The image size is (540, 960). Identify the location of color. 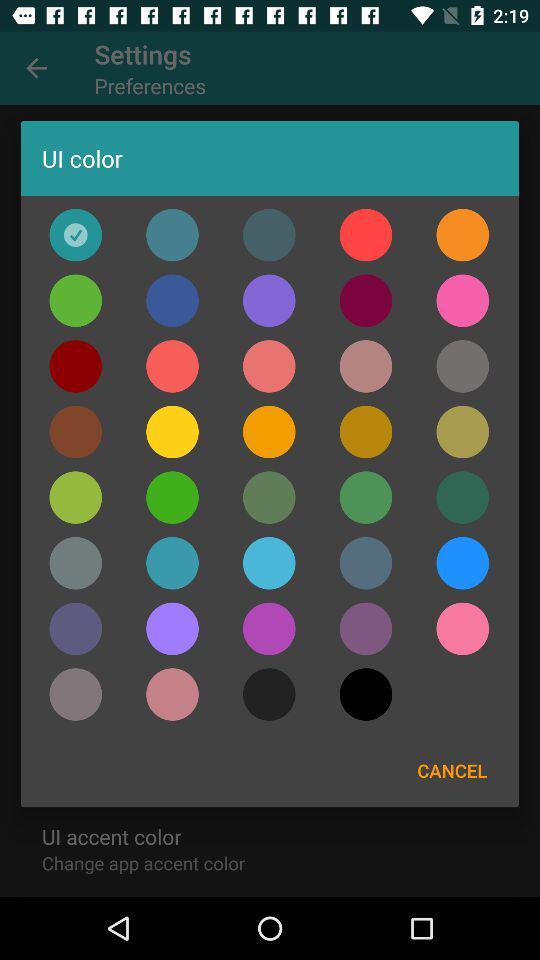
(74, 627).